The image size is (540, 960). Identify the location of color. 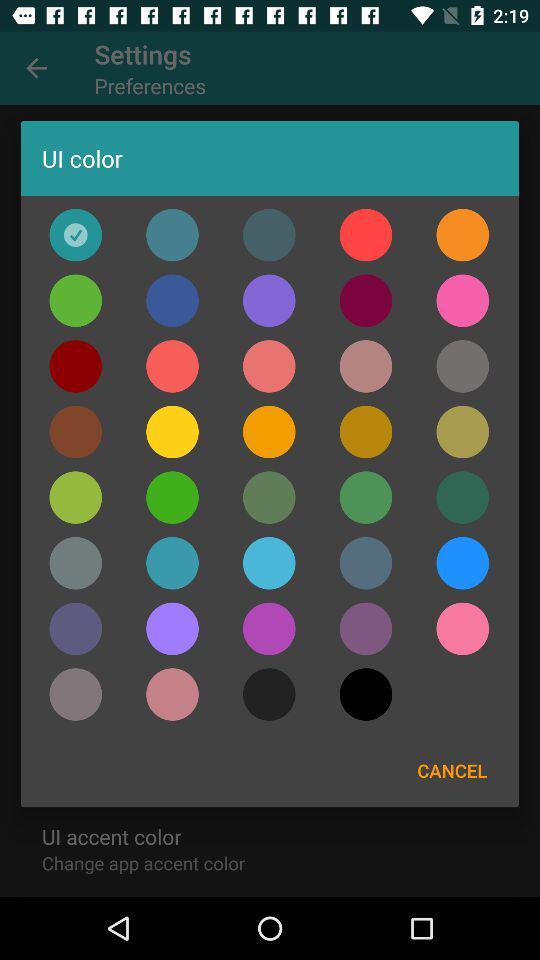
(74, 627).